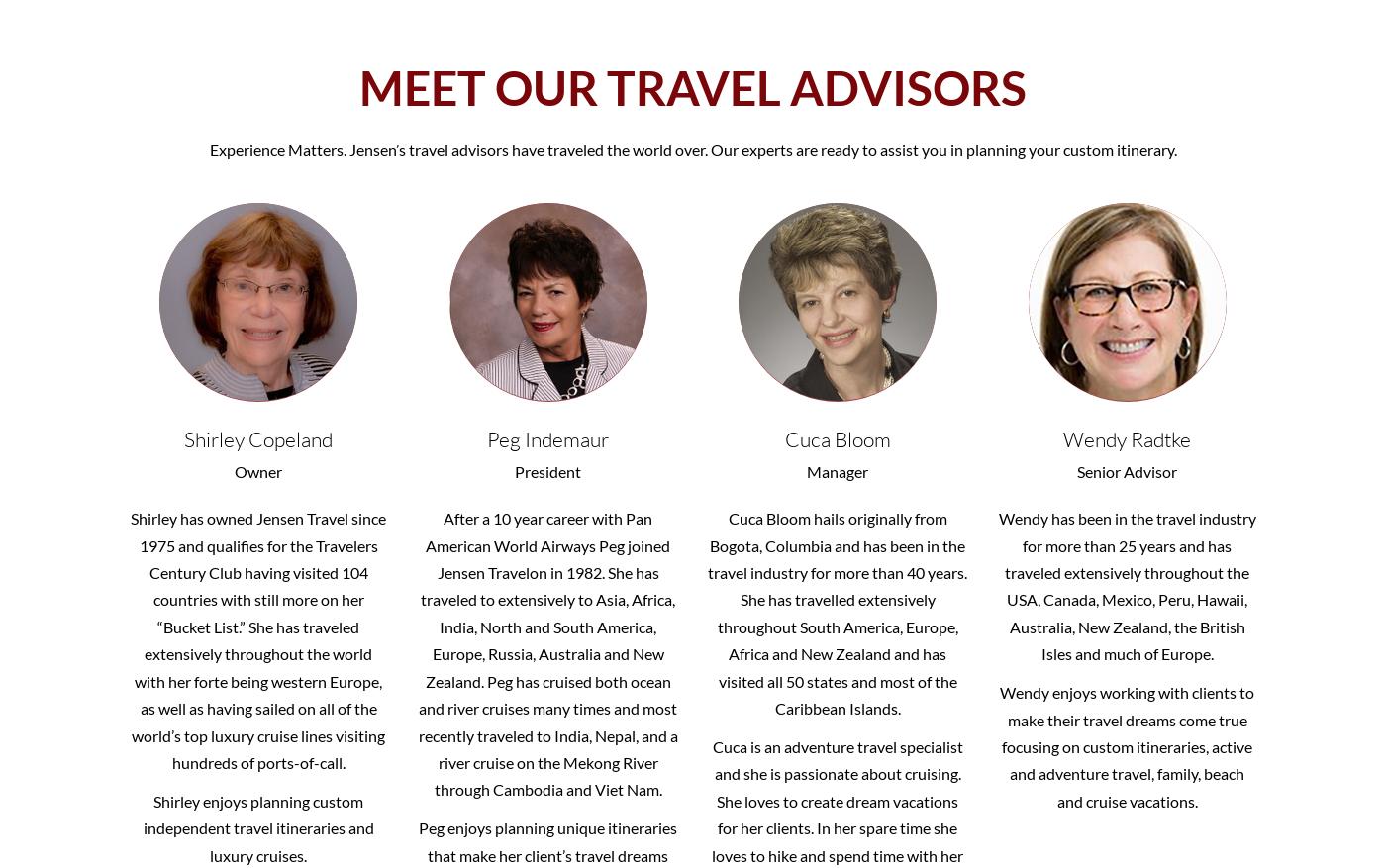 This screenshot has height=868, width=1386. Describe the element at coordinates (257, 470) in the screenshot. I see `'Owner'` at that location.